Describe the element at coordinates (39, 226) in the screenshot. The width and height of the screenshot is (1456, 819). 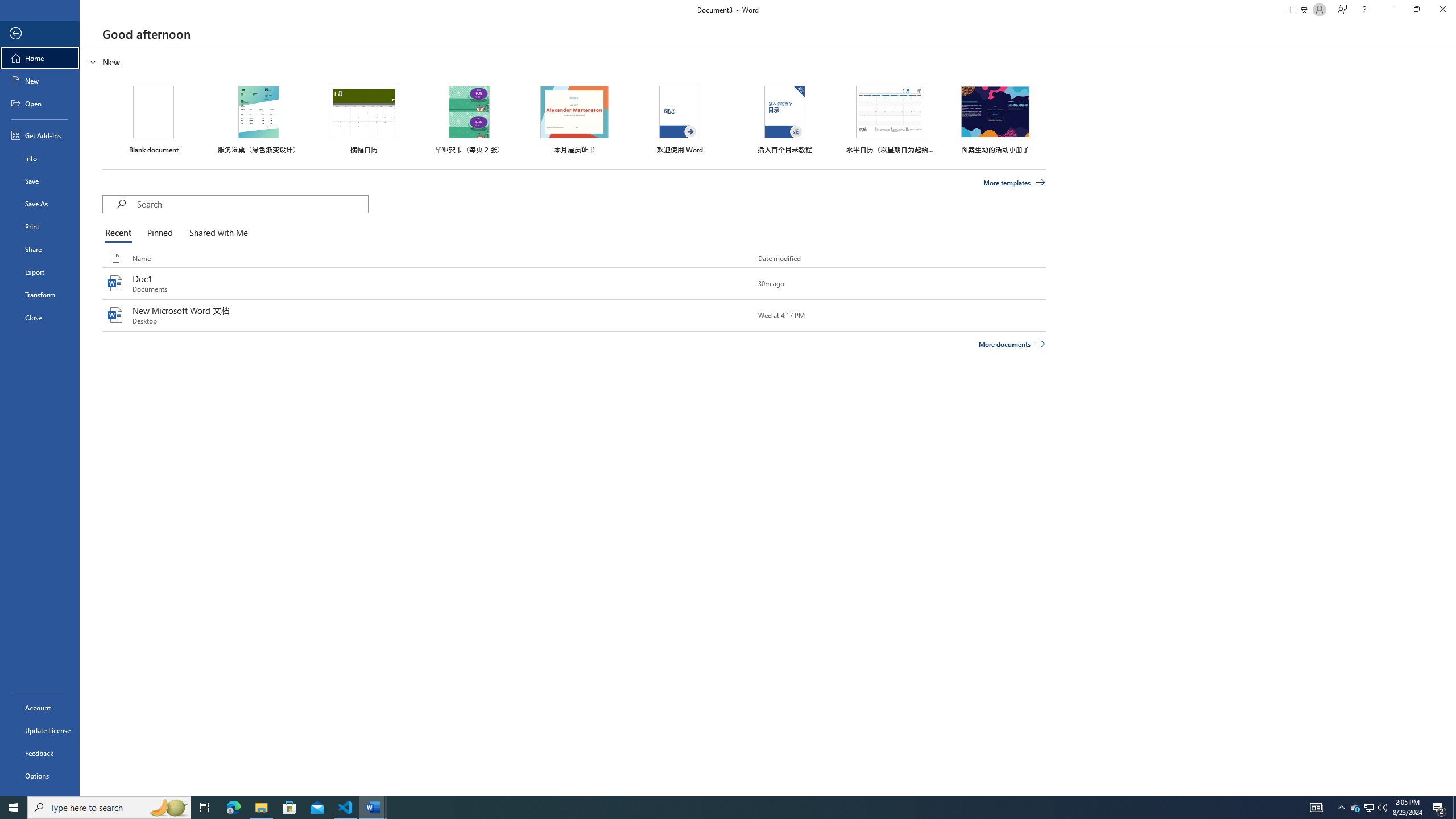
I see `'Print'` at that location.